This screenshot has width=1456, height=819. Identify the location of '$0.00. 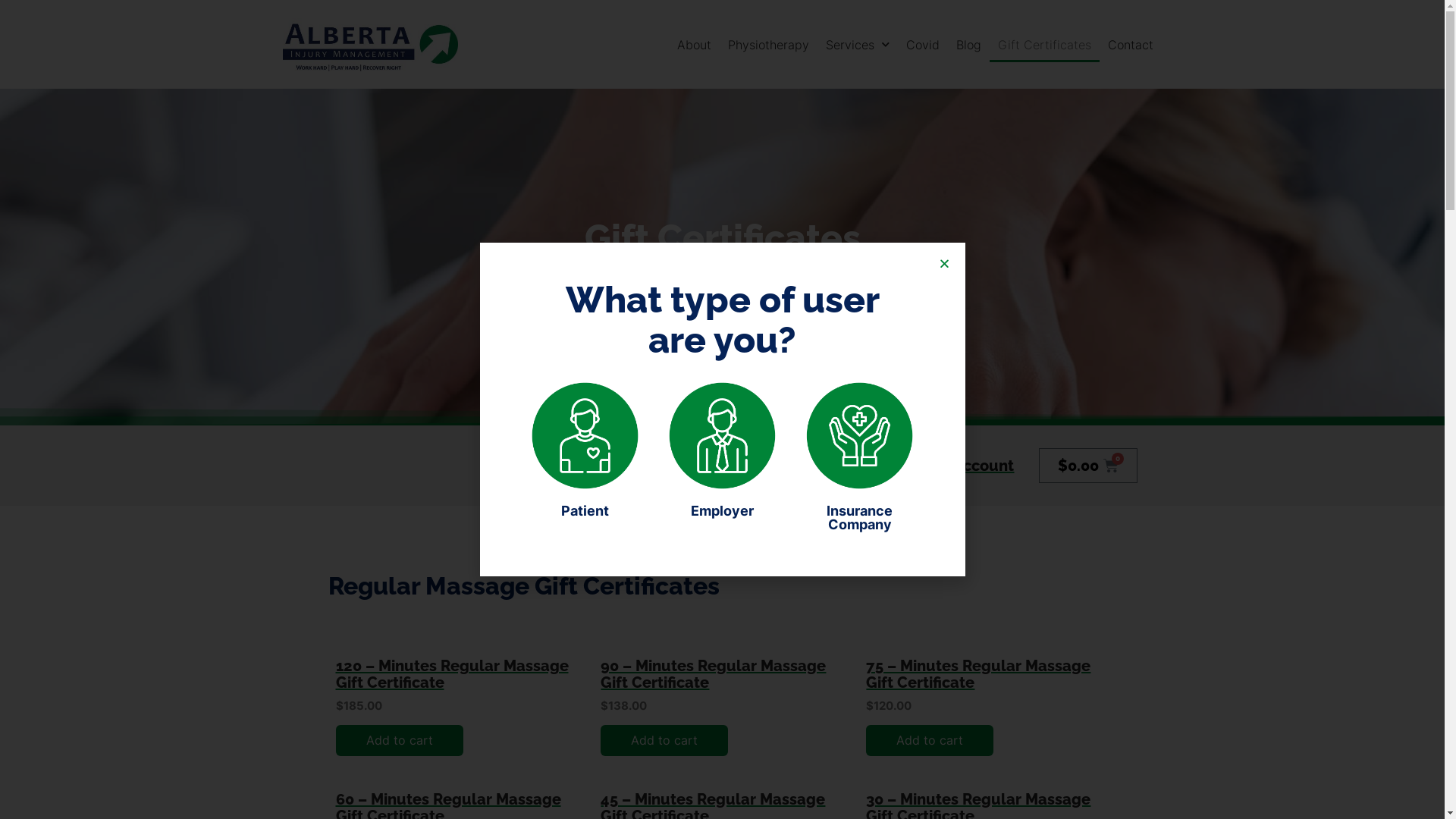
(1037, 464).